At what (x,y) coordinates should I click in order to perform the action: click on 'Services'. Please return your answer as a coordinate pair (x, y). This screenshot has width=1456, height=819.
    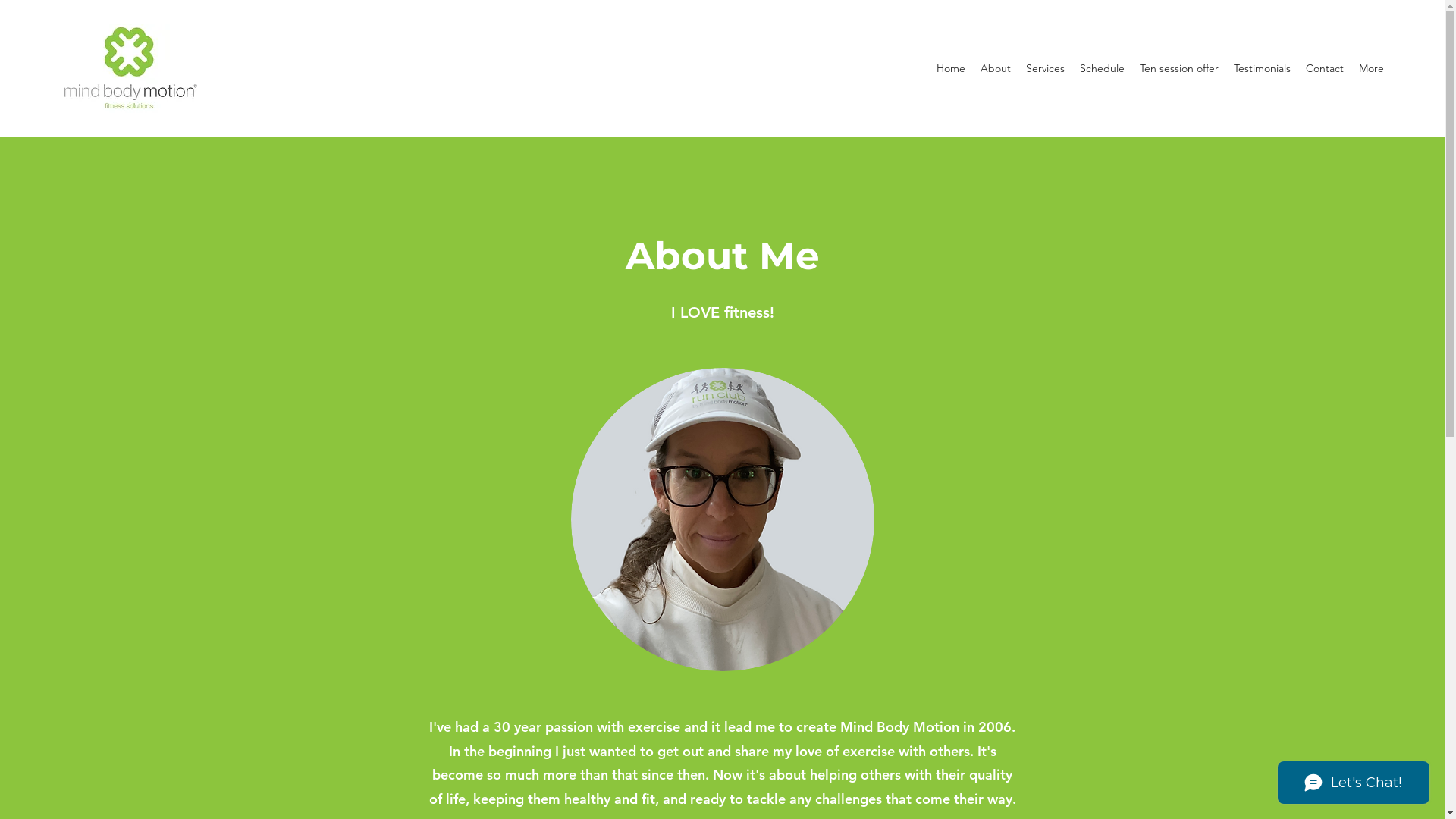
    Looking at the image, I should click on (1044, 67).